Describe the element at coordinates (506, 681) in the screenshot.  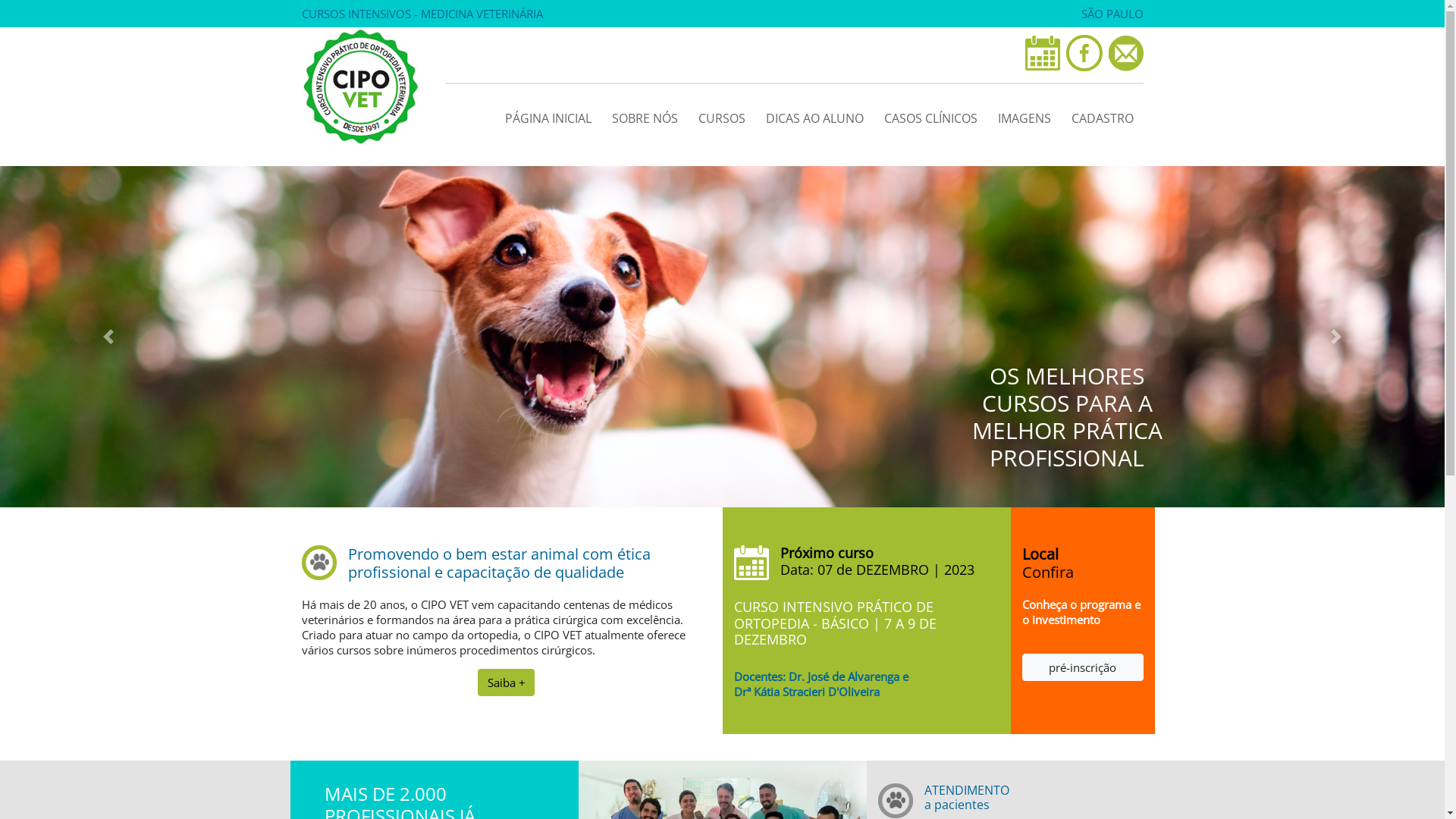
I see `'Saiba +'` at that location.